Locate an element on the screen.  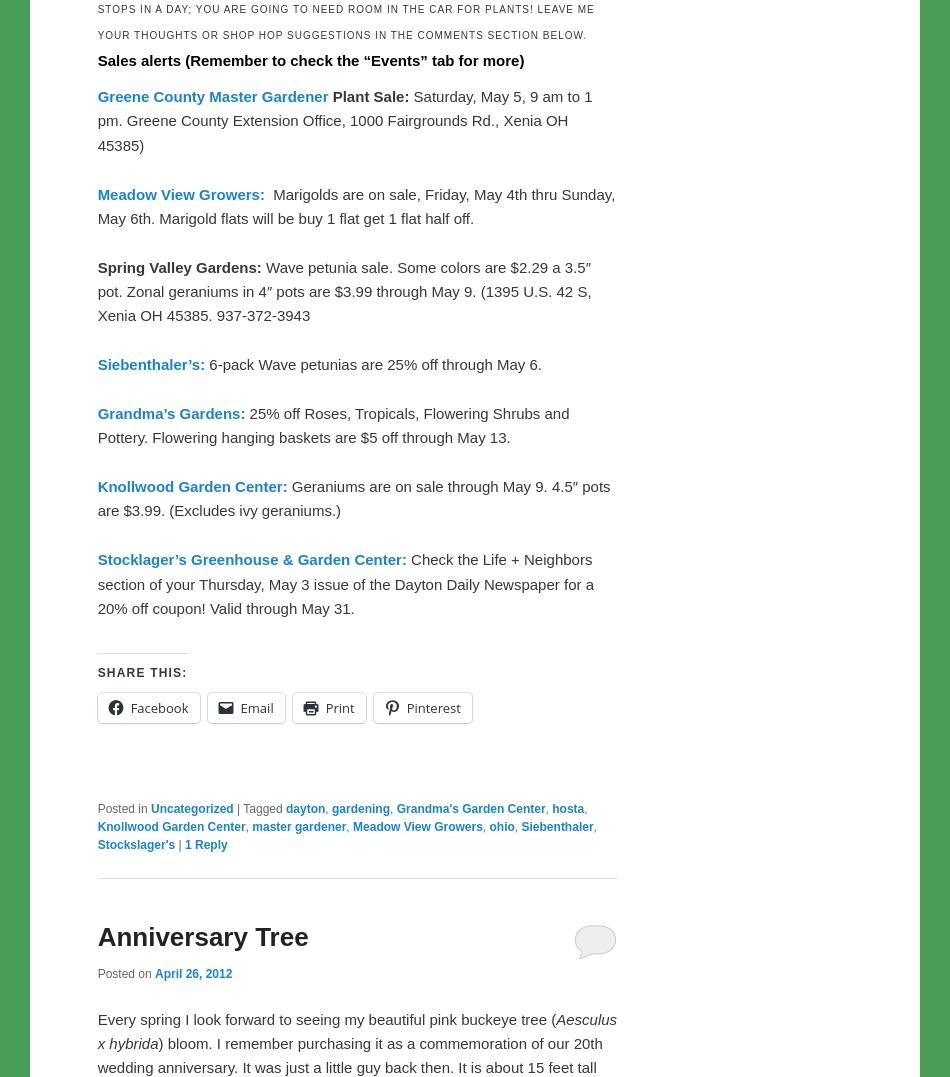
'Plant Sale:' is located at coordinates (369, 95).